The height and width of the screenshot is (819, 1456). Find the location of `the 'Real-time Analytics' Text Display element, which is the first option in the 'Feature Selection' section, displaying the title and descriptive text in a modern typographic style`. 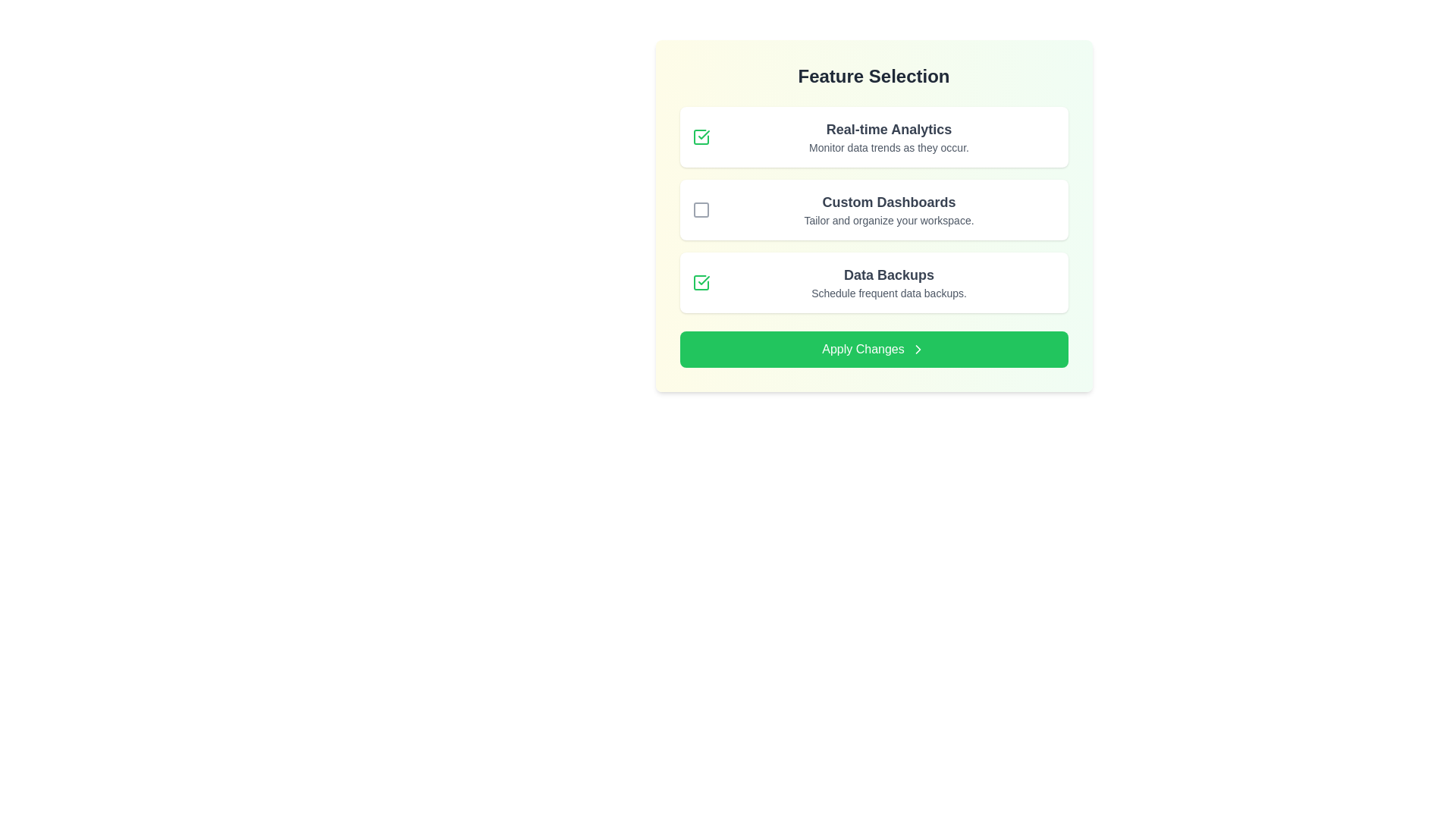

the 'Real-time Analytics' Text Display element, which is the first option in the 'Feature Selection' section, displaying the title and descriptive text in a modern typographic style is located at coordinates (889, 137).